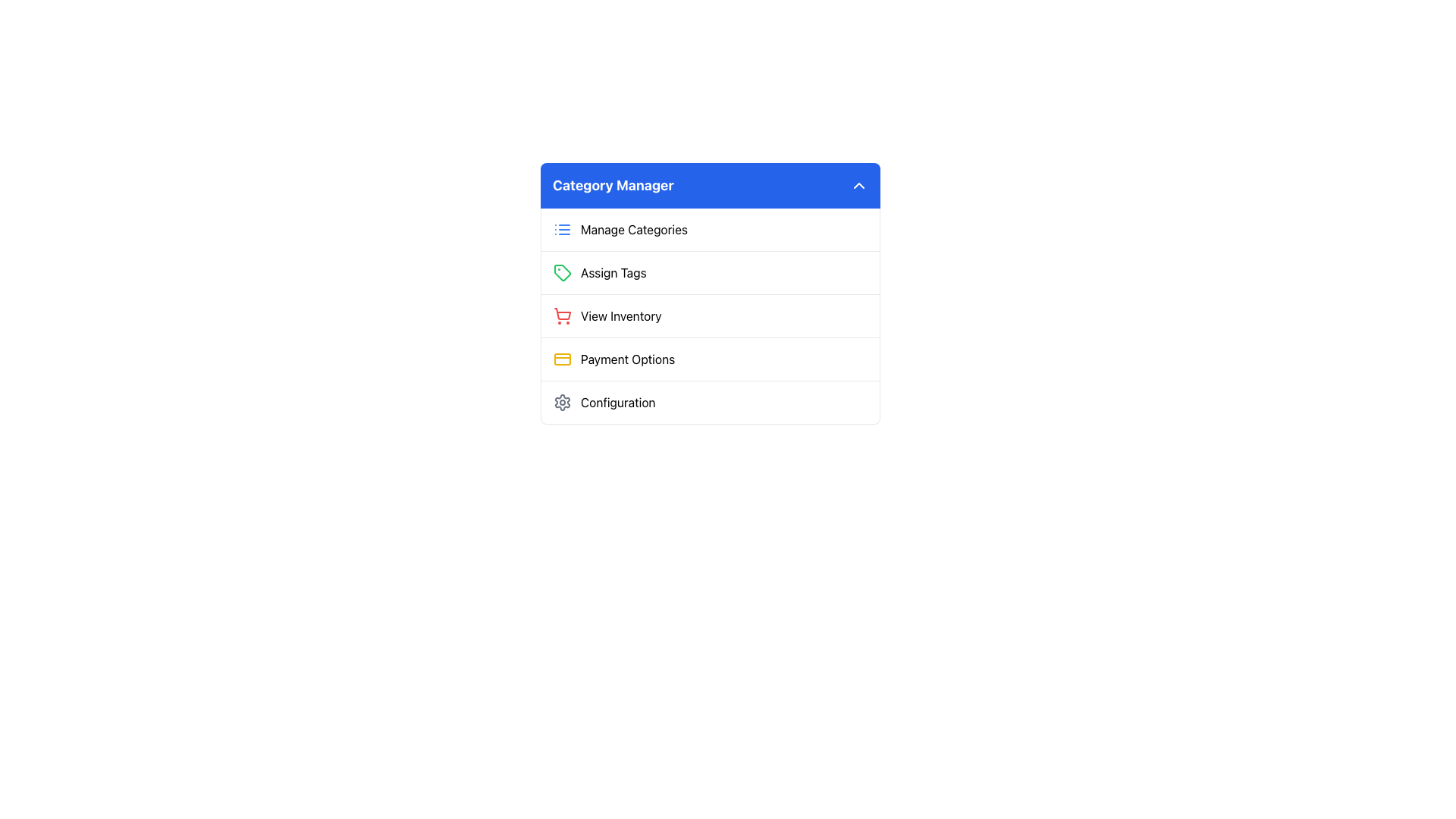 Image resolution: width=1456 pixels, height=819 pixels. Describe the element at coordinates (562, 313) in the screenshot. I see `the shopping cart icon located in the 'View Inventory' row under the 'Category Manager' section, positioned to the left of the 'View Inventory' text label` at that location.